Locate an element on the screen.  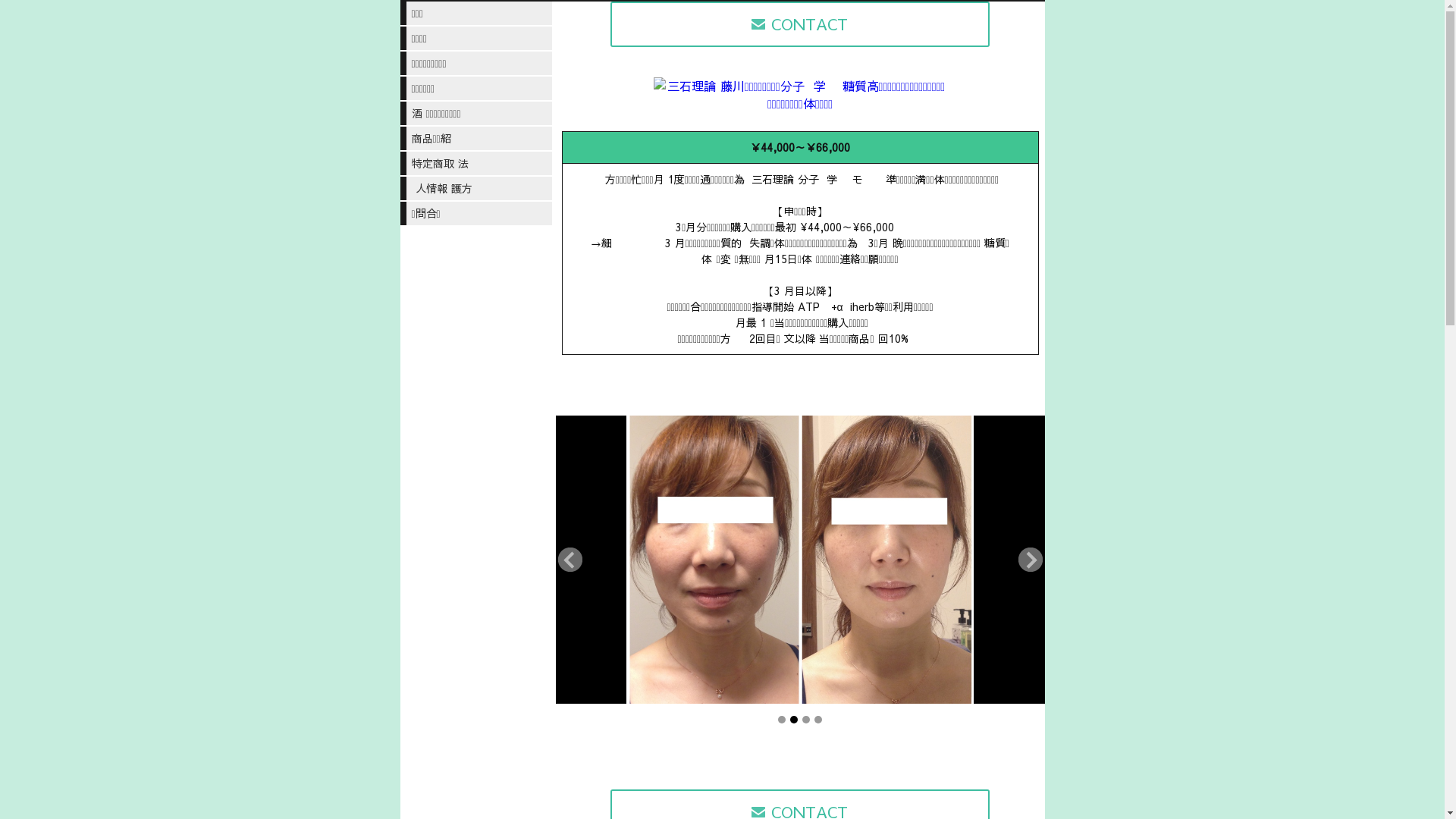
'CONTACT' is located at coordinates (799, 24).